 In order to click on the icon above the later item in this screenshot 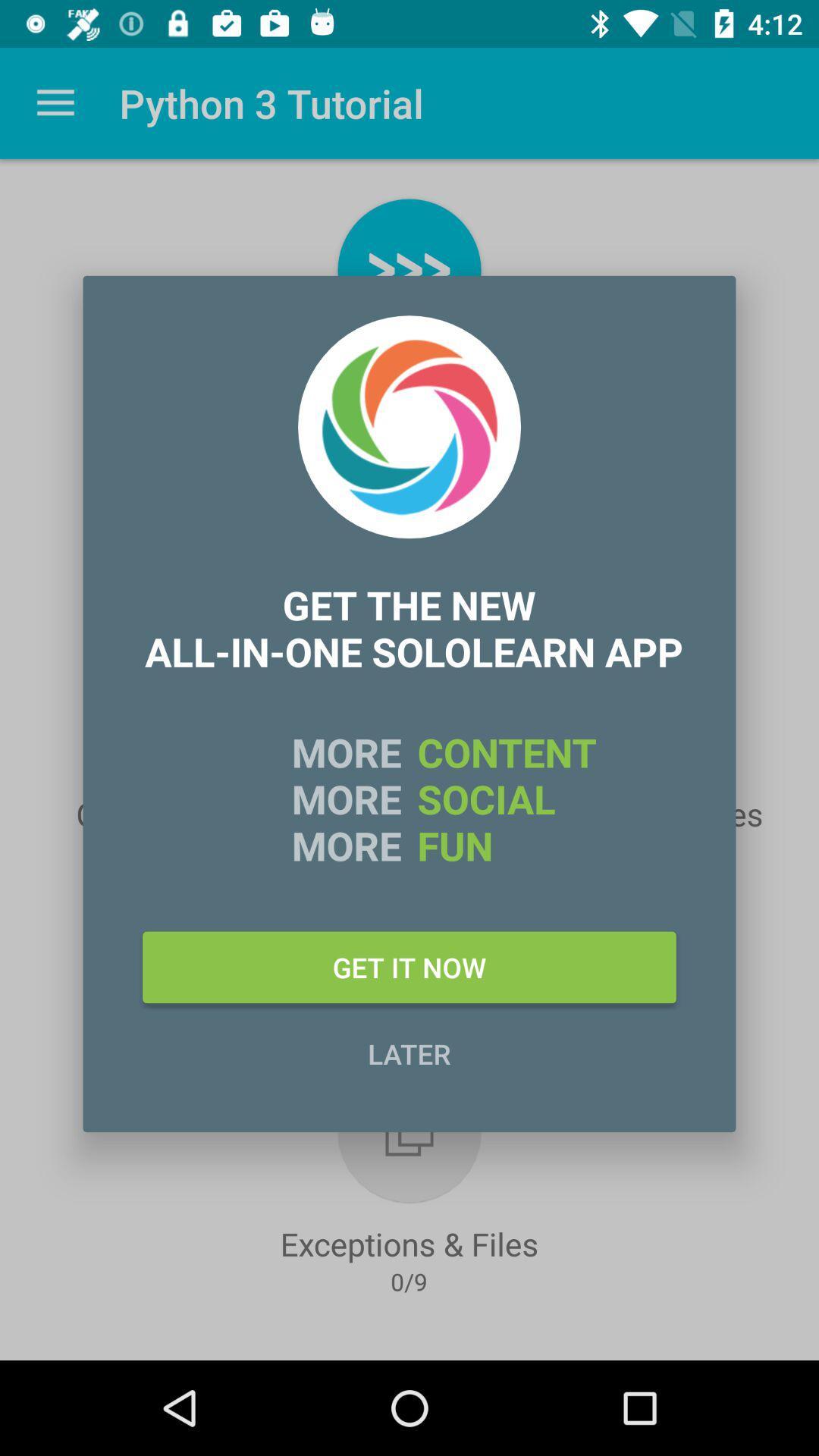, I will do `click(409, 966)`.